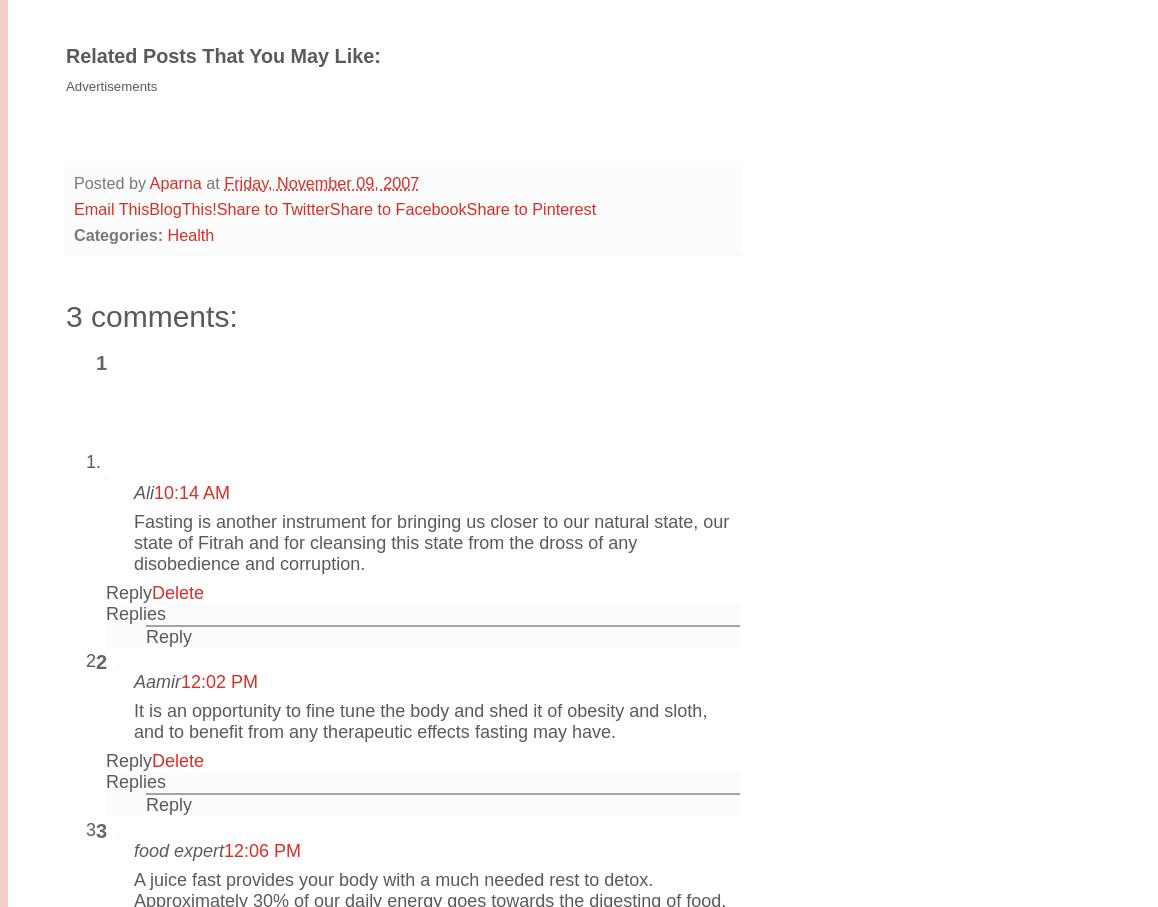 The width and height of the screenshot is (1158, 907). I want to click on 'Share to Pinterest', so click(530, 207).